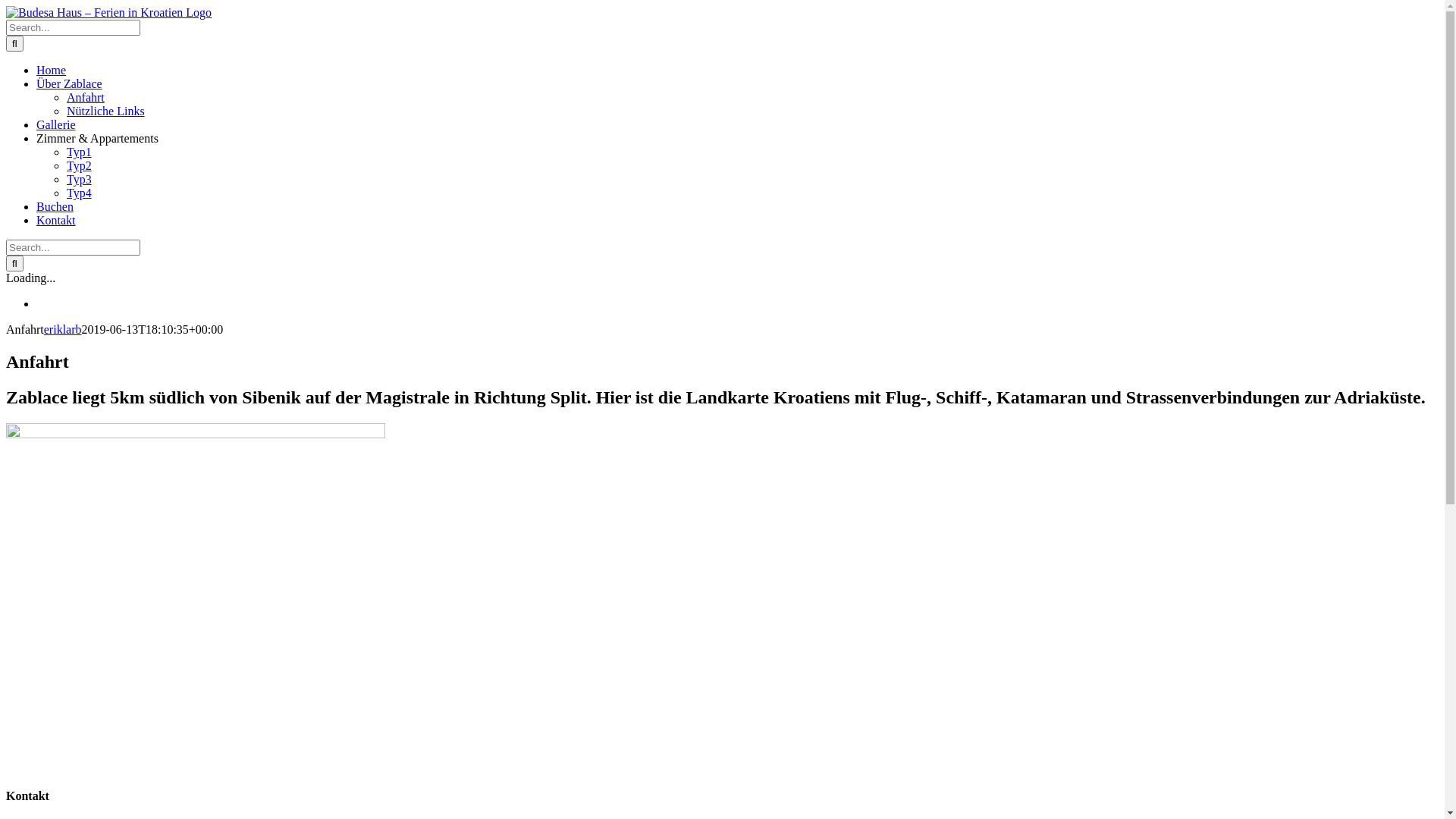 This screenshot has width=1456, height=819. Describe the element at coordinates (55, 124) in the screenshot. I see `'Gallerie'` at that location.